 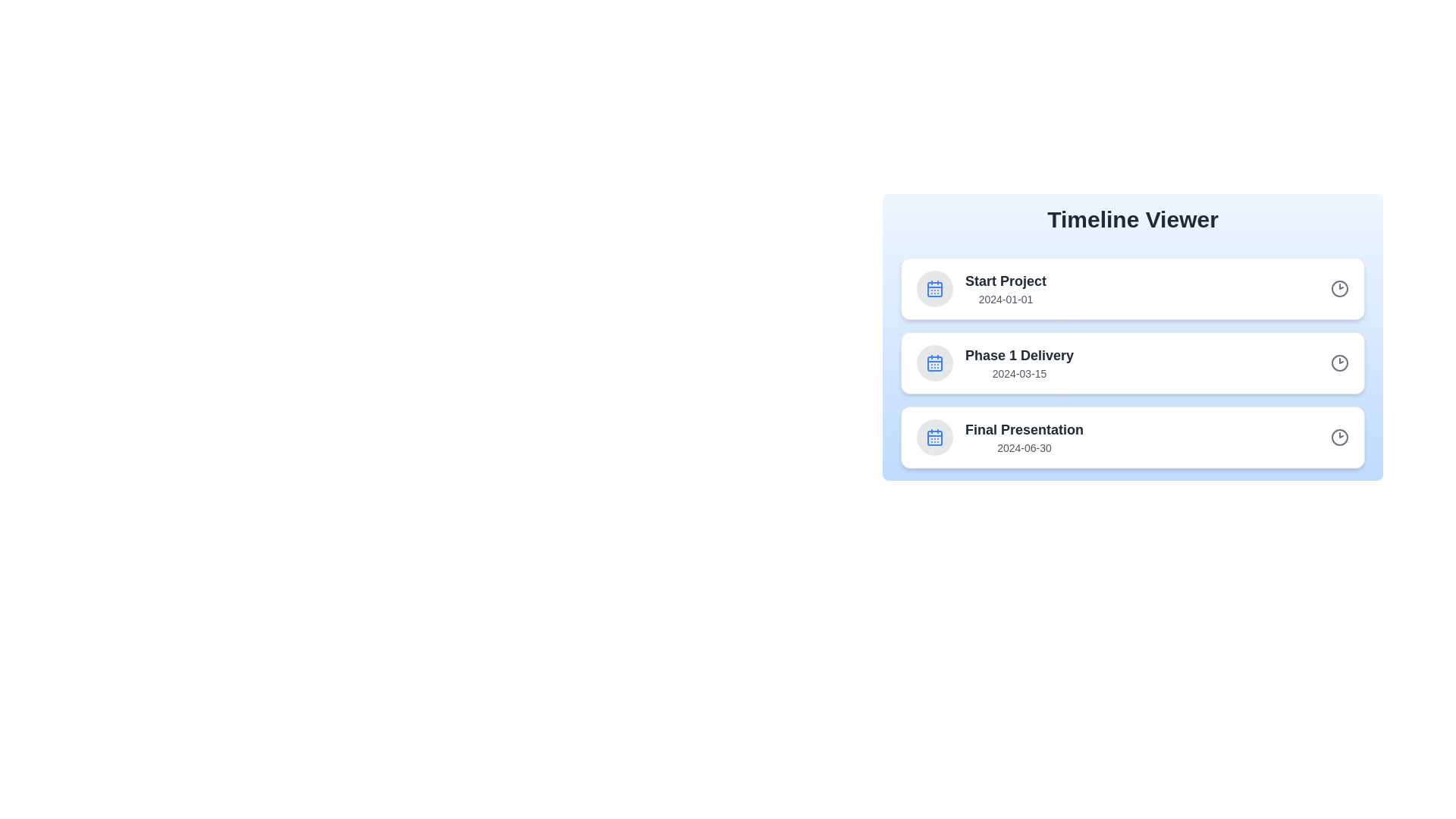 I want to click on the timeline event item titled 'Final Presentation' with the date '2024-06-30', which is the third item in the vertical list of events in the 'Timeline Viewer', so click(x=1000, y=438).